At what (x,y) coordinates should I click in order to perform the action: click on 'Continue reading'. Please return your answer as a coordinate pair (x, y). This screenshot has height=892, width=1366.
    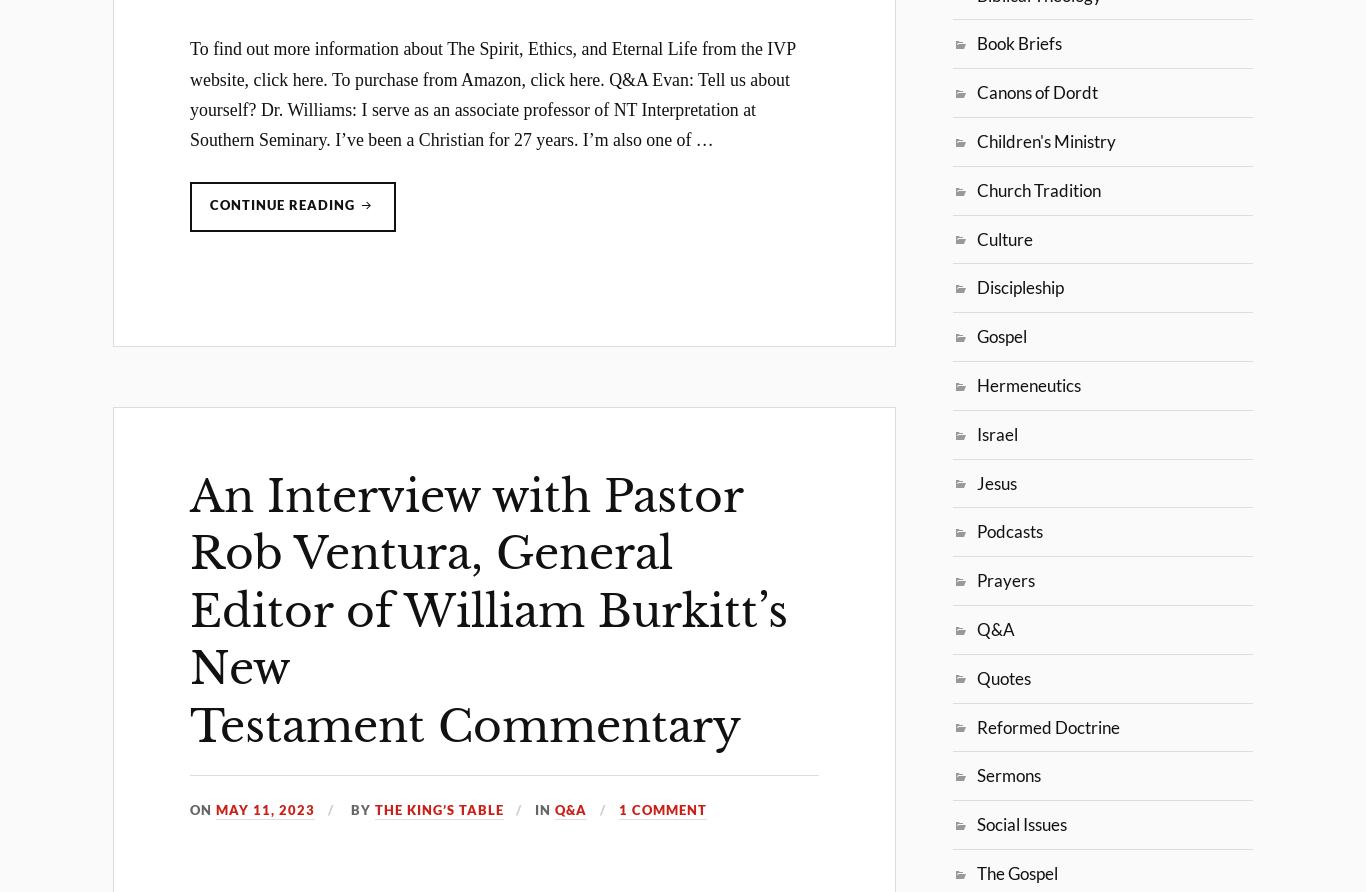
    Looking at the image, I should click on (284, 203).